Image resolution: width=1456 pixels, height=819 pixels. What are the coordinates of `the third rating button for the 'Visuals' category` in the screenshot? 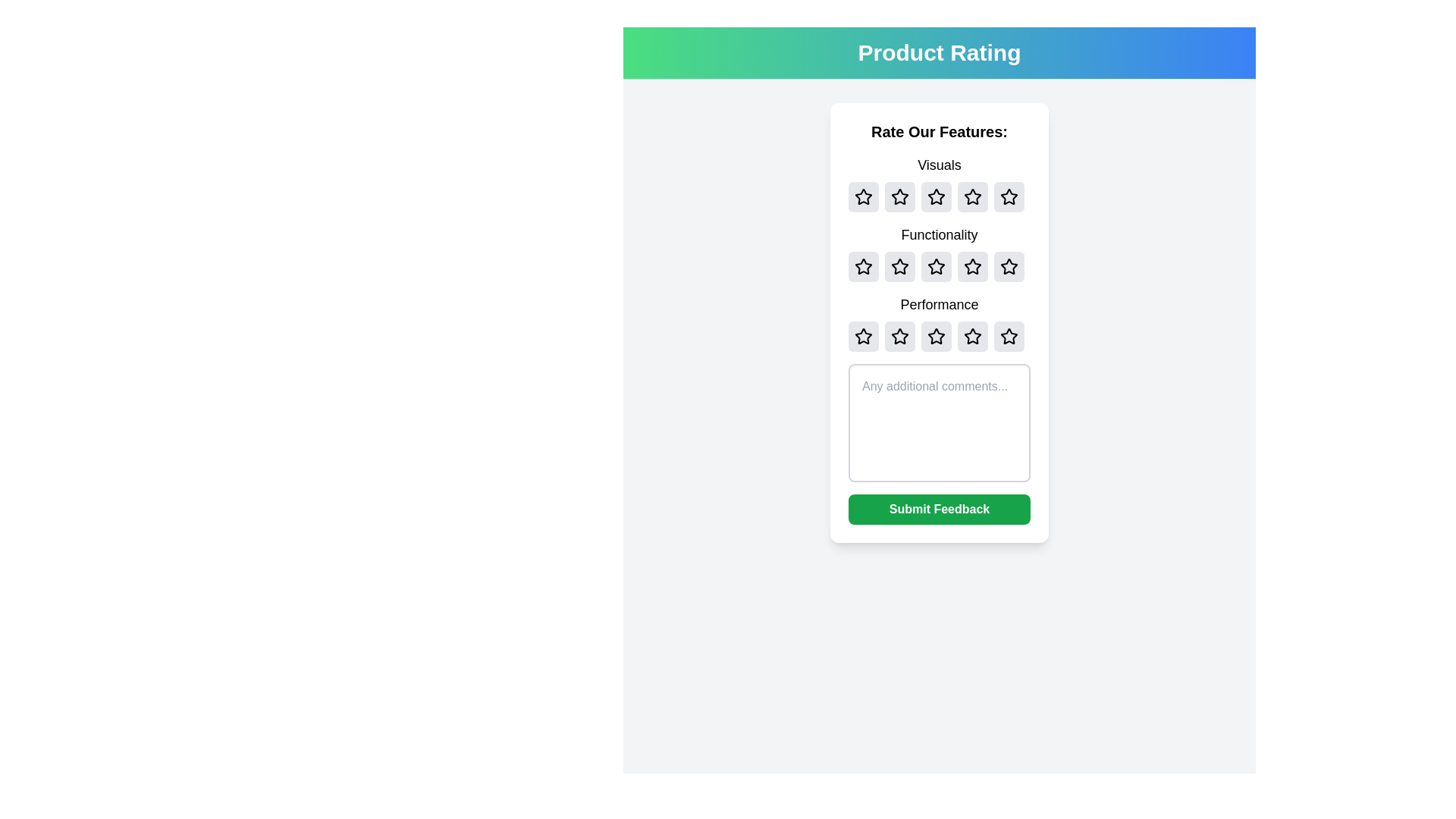 It's located at (935, 196).